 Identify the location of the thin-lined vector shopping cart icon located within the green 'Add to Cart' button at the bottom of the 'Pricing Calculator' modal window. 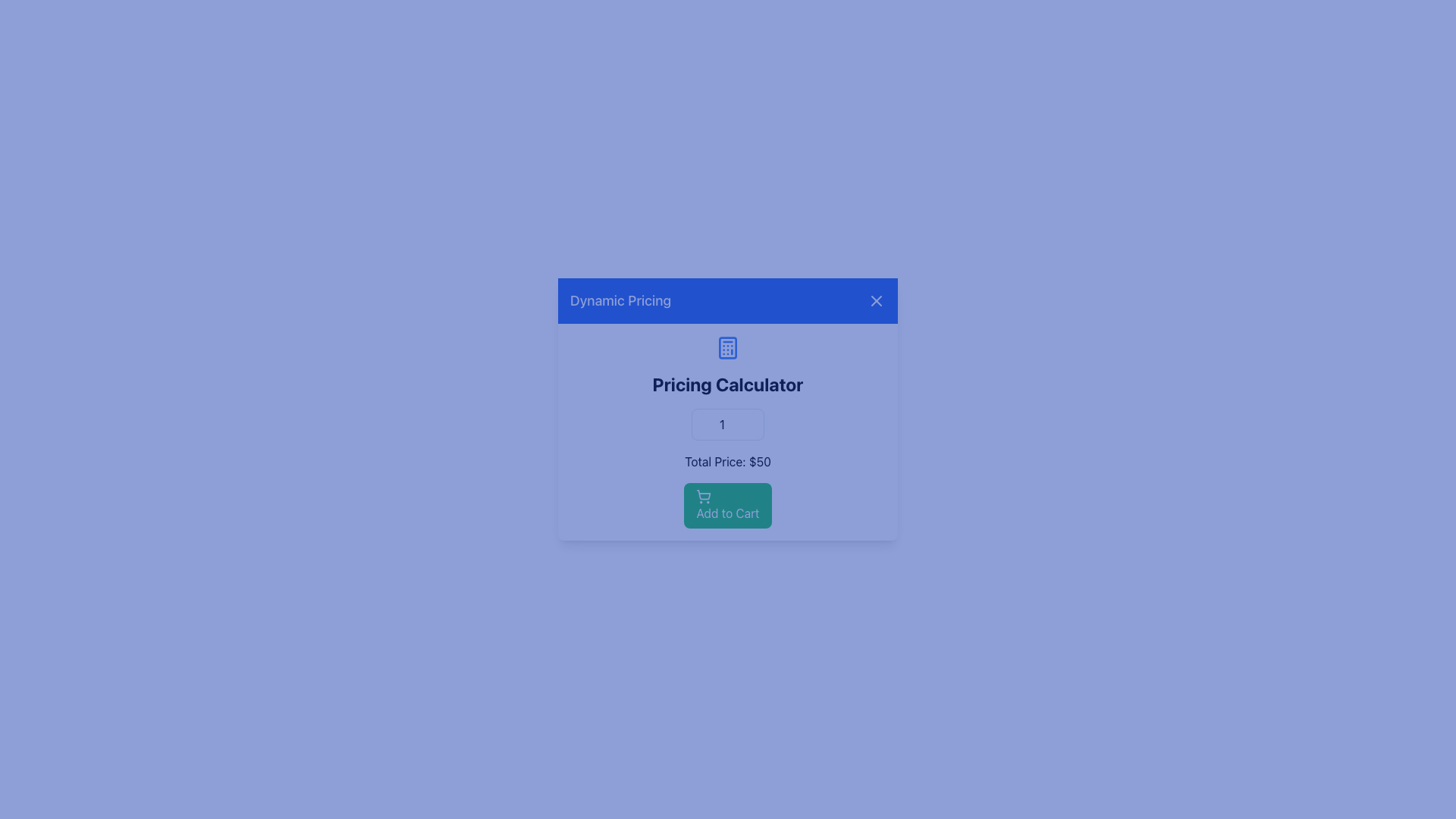
(703, 497).